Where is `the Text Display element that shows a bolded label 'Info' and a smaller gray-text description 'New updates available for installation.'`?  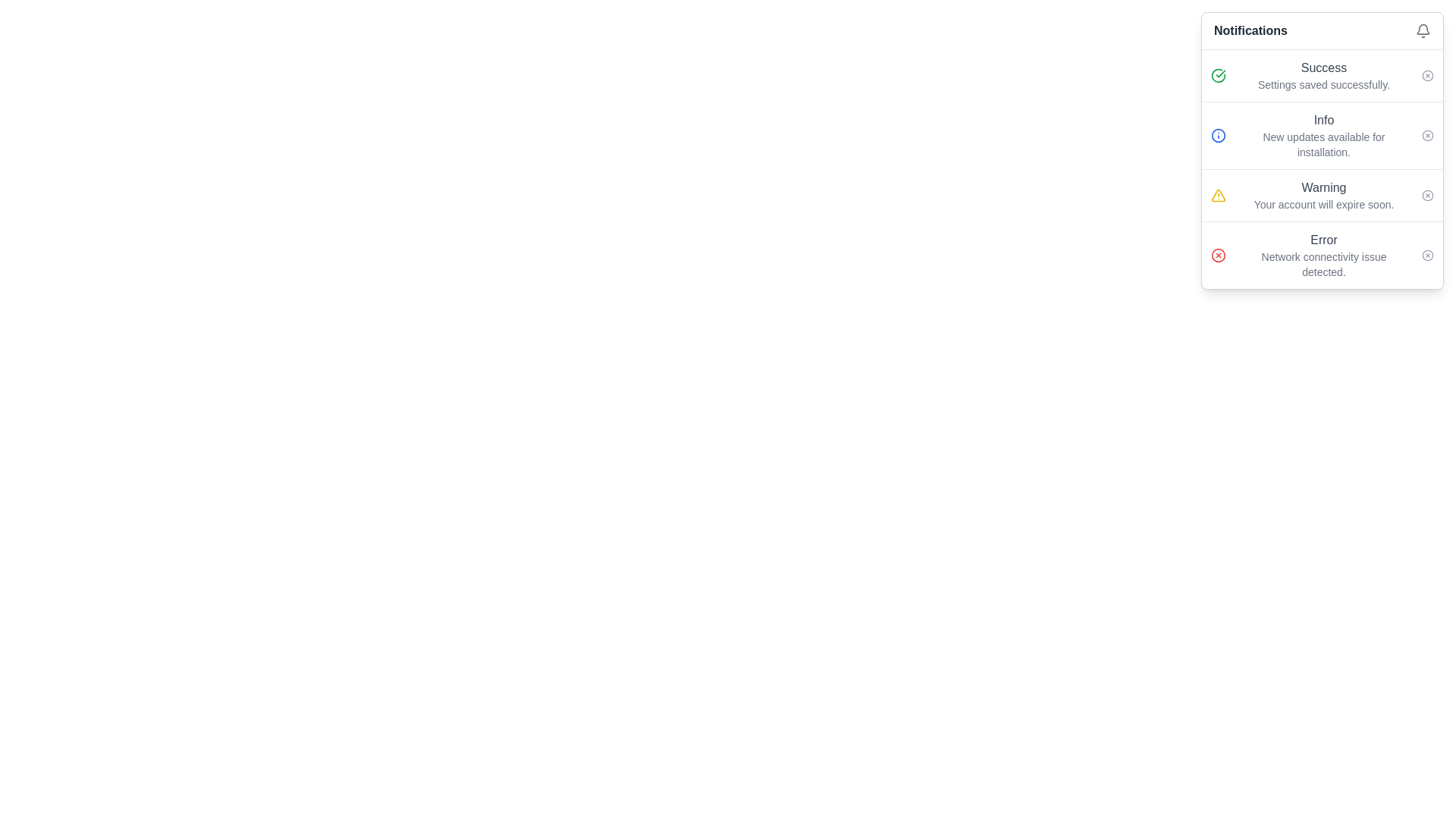 the Text Display element that shows a bolded label 'Info' and a smaller gray-text description 'New updates available for installation.' is located at coordinates (1323, 134).